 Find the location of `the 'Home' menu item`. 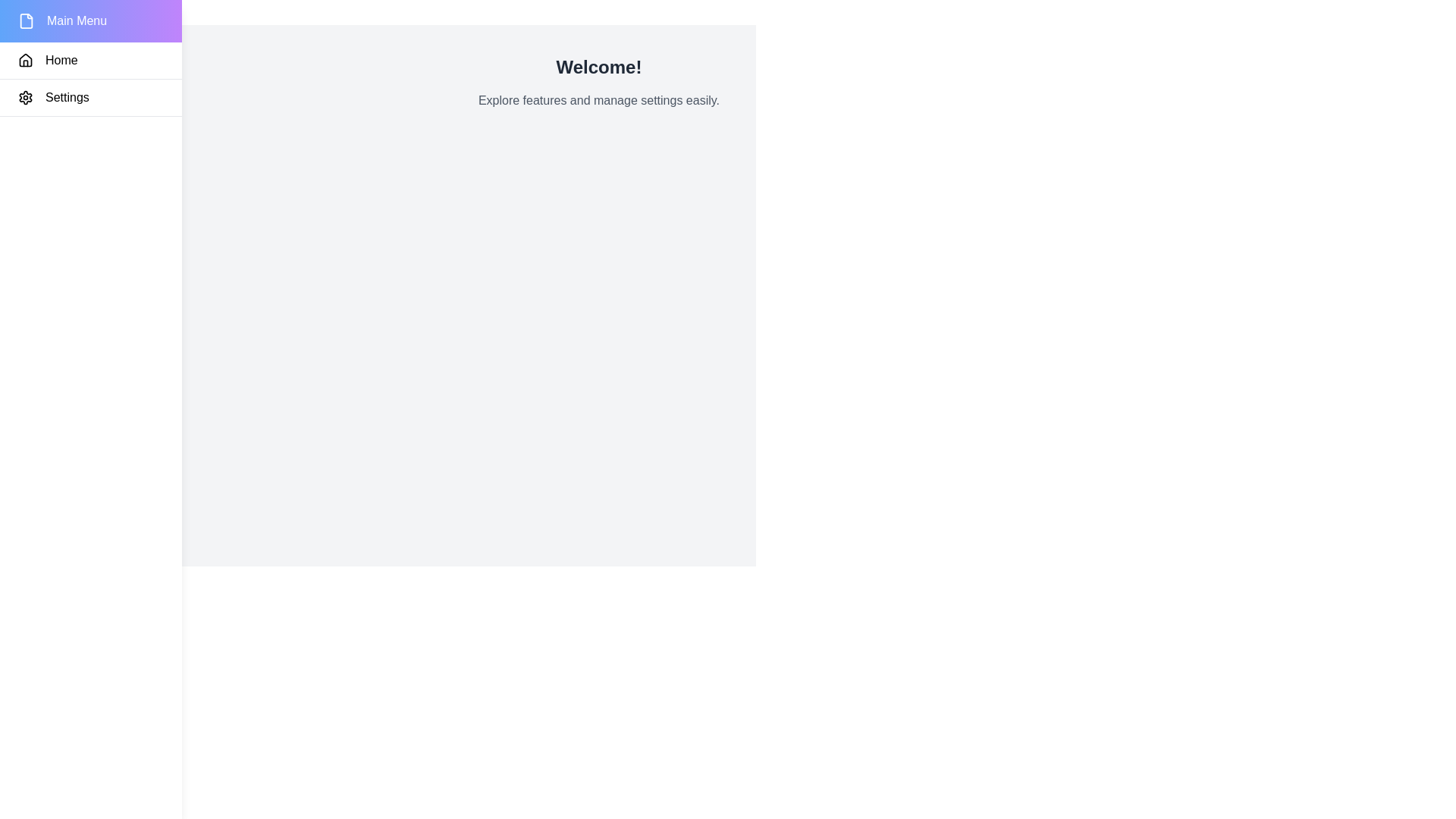

the 'Home' menu item is located at coordinates (90, 60).